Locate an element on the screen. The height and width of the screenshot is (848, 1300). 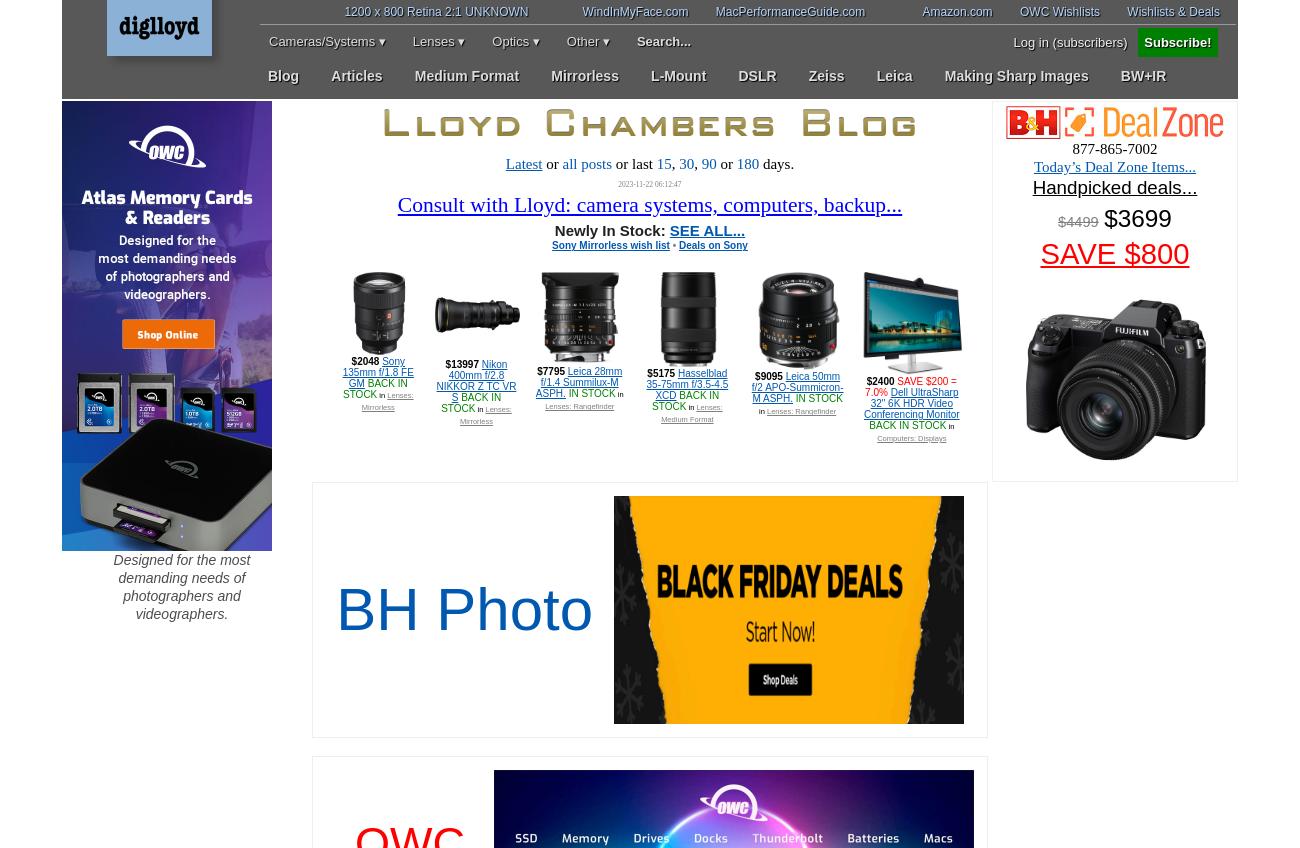
'Consult with Lloyd: camera systems, computers, backup...' is located at coordinates (649, 204).